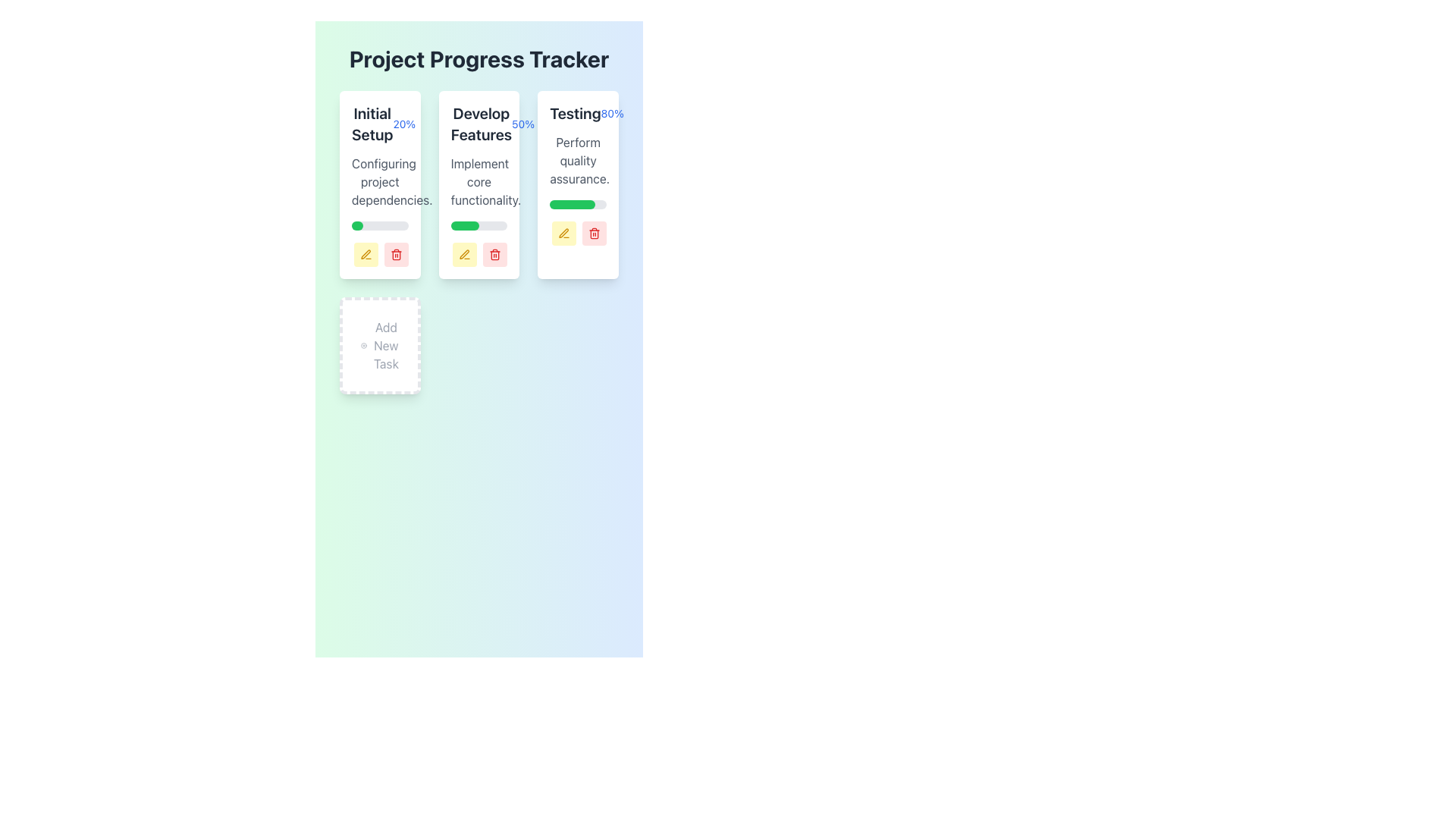  What do you see at coordinates (577, 205) in the screenshot?
I see `the horizontal progress bar styled as a rounded rectangle with a grey background and green inner section, located within the card labeled 'Testing 80%', positioned below the text 'Perform quality assurance.'` at bounding box center [577, 205].